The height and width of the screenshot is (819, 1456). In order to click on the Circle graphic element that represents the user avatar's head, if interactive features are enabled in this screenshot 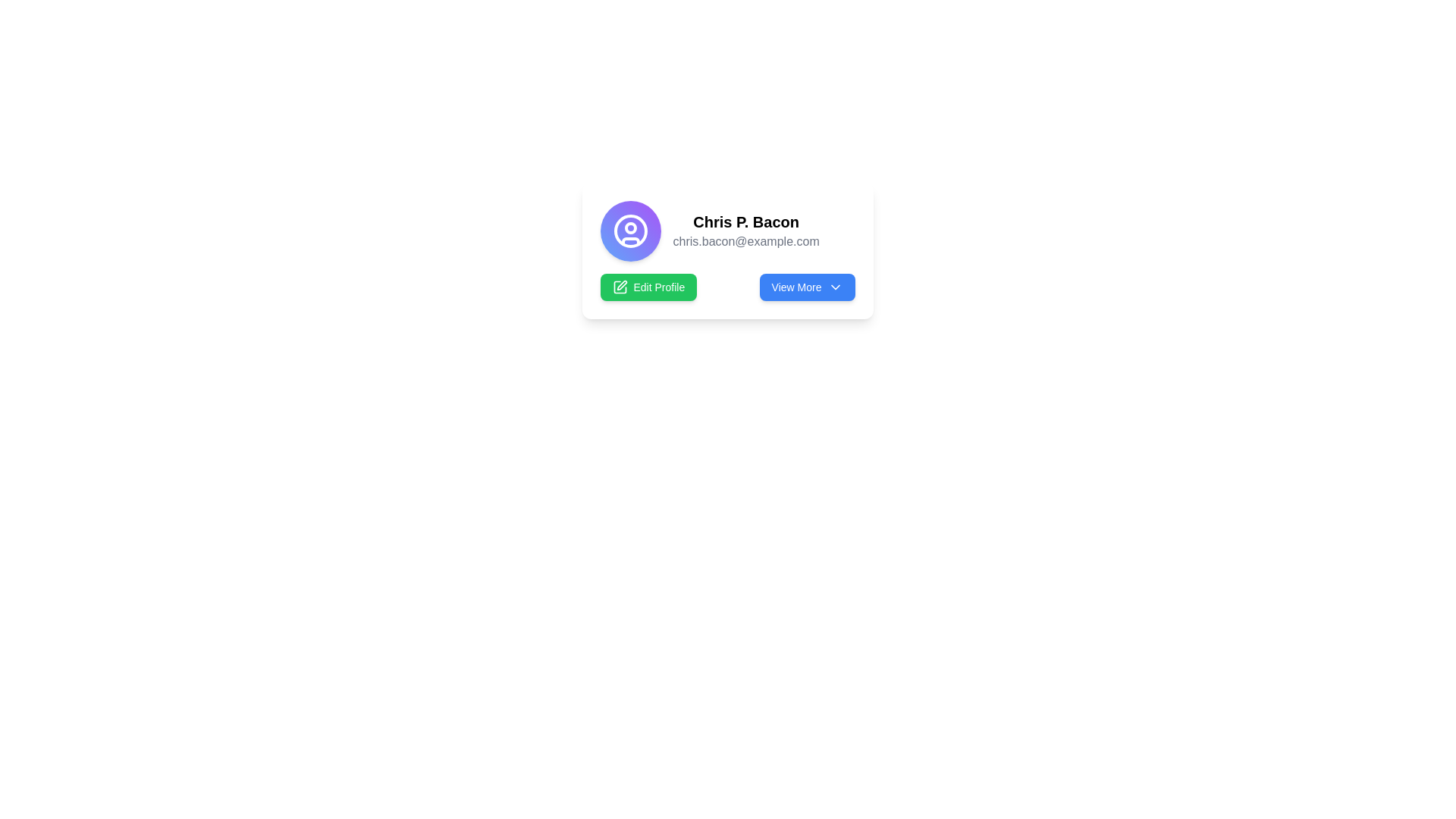, I will do `click(630, 227)`.